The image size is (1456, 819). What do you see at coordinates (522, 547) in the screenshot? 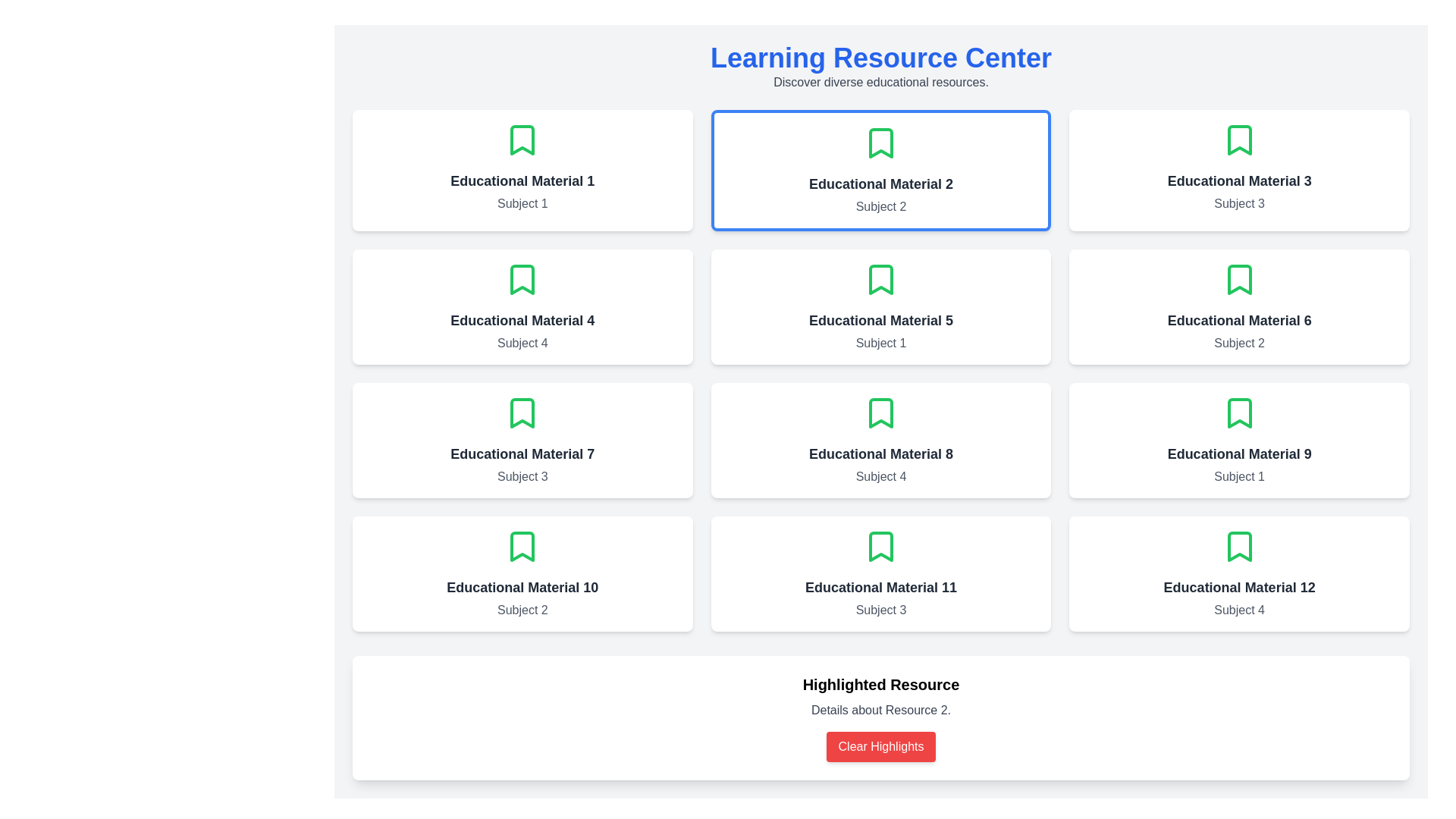
I see `the green bookmark-shaped icon located at the top central area of the card representing 'Educational Material 10, Subject 2'` at bounding box center [522, 547].